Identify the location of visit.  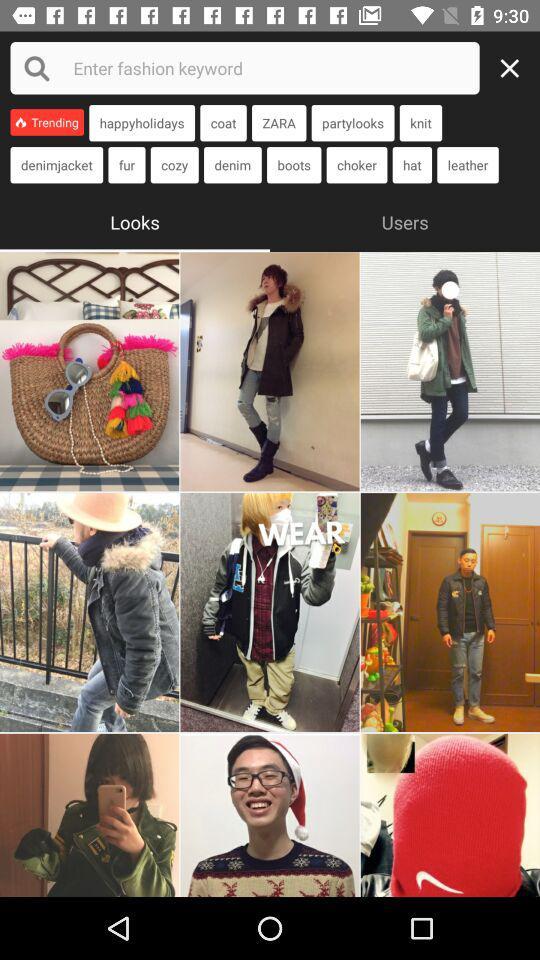
(88, 611).